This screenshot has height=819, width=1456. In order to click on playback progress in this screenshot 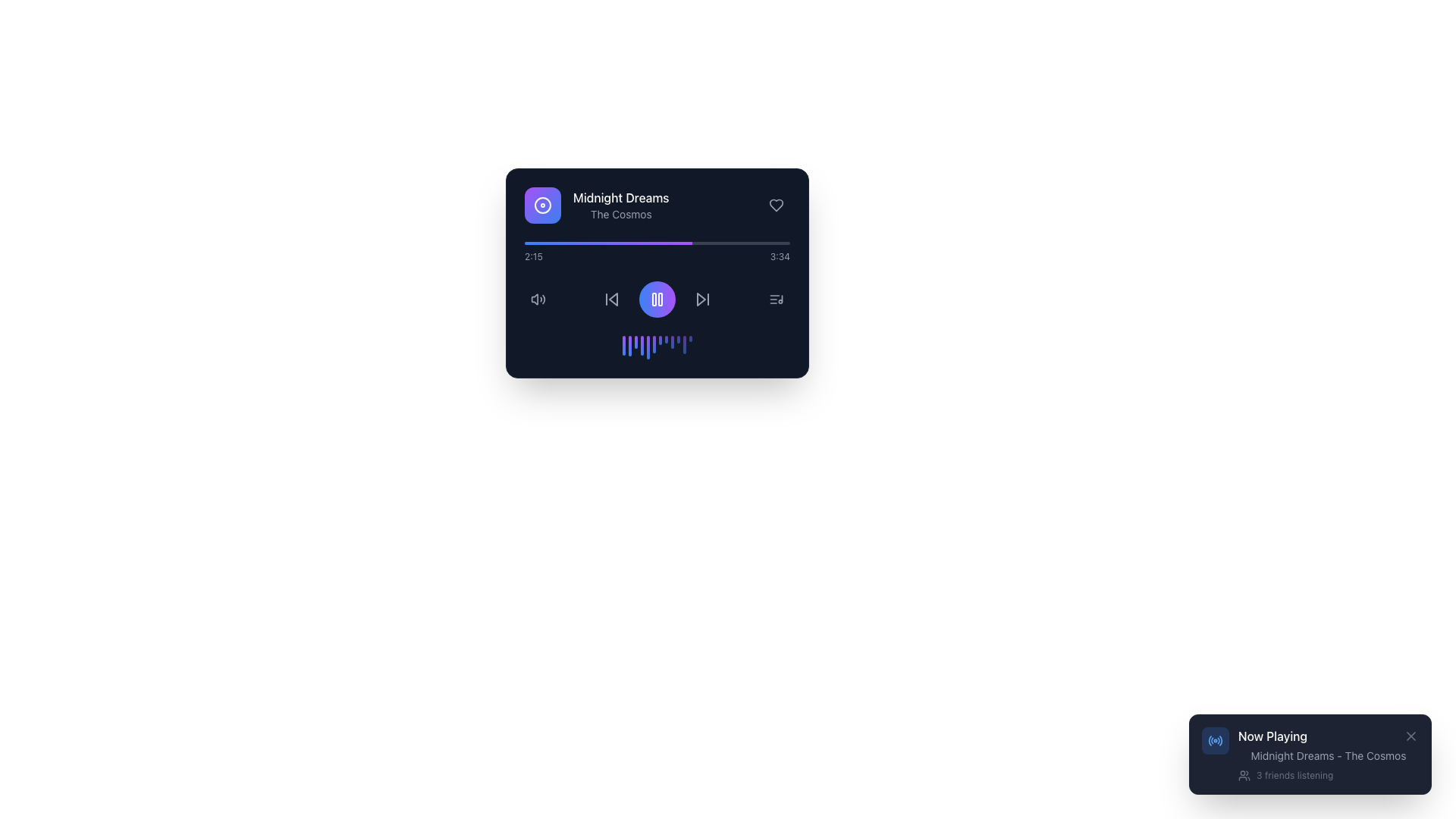, I will do `click(559, 242)`.